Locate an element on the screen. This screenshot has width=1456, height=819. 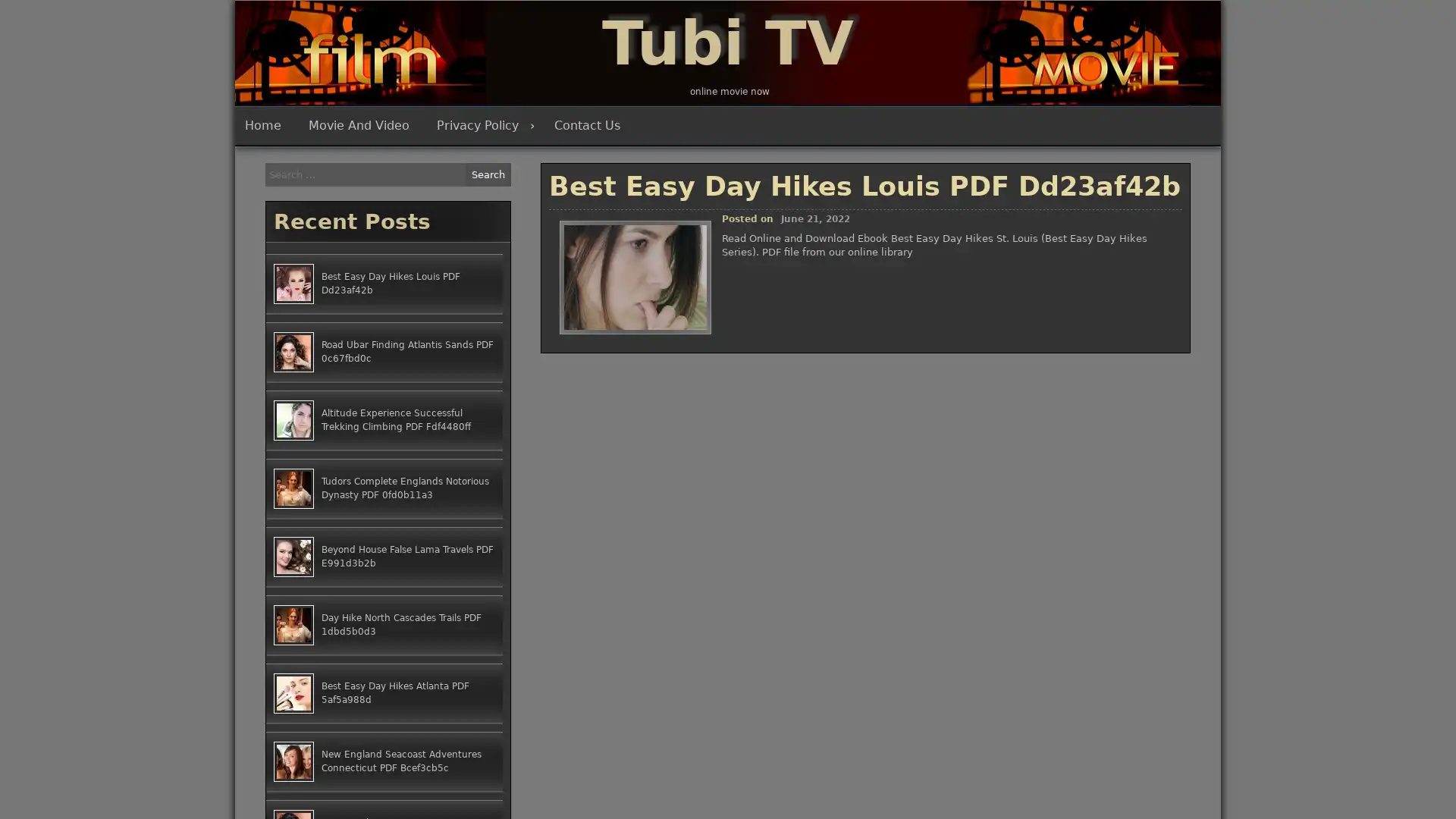
Search is located at coordinates (488, 174).